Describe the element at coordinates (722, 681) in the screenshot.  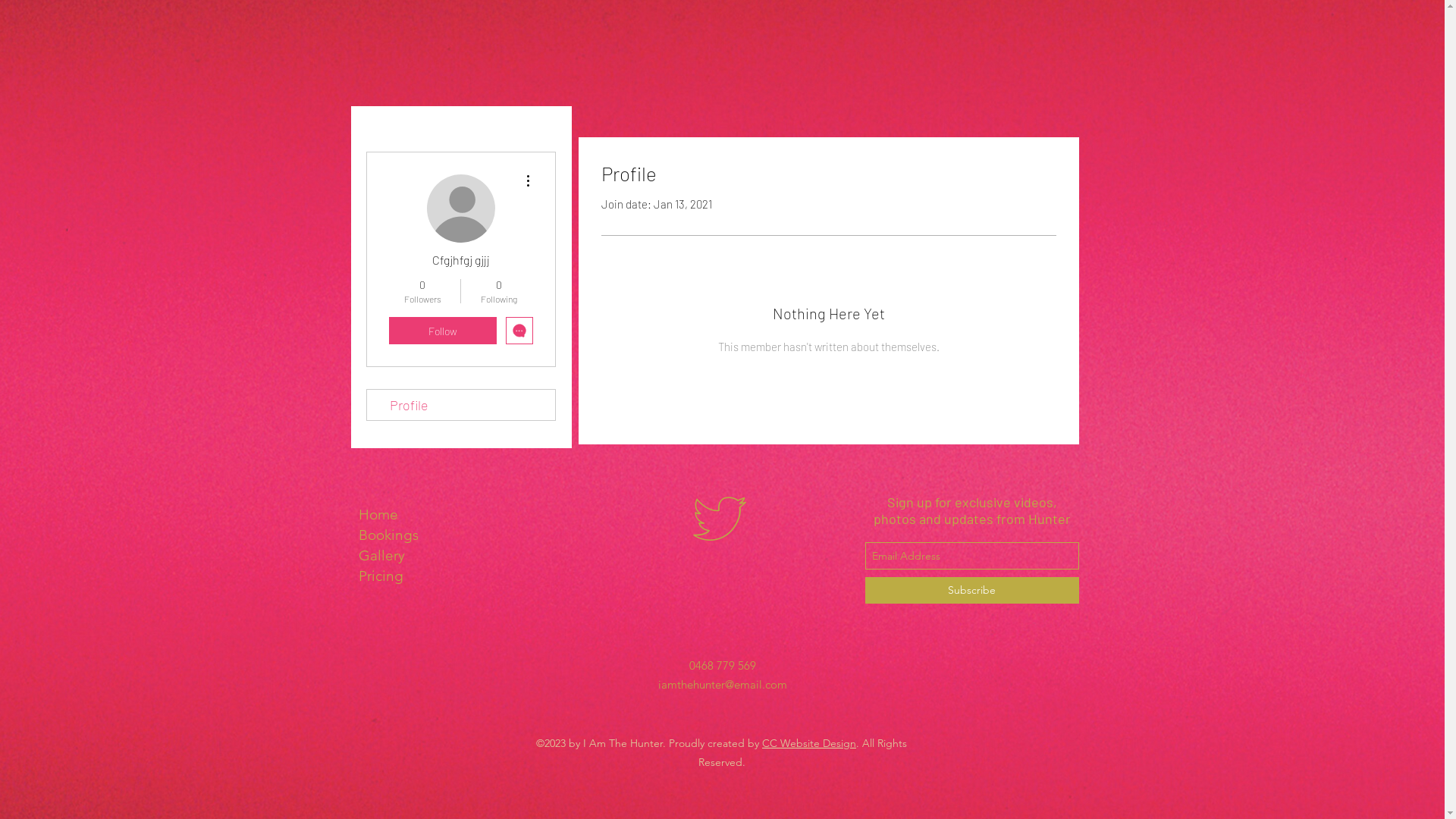
I see `'iamthehunter@email.com'` at that location.